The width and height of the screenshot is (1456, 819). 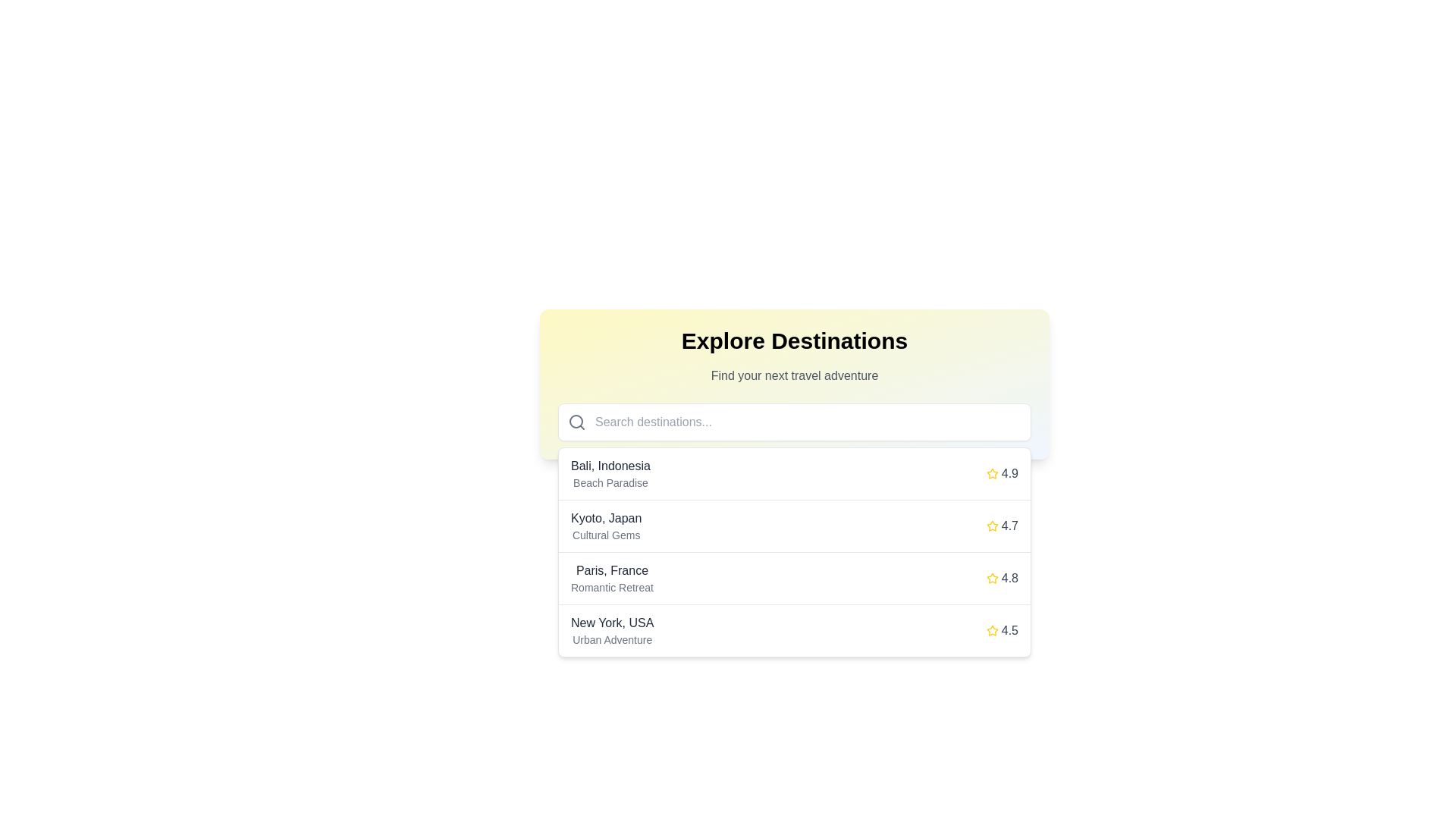 What do you see at coordinates (793, 375) in the screenshot?
I see `the subheading text element providing context for exploring travel destinations, located below 'Explore Destinations' and above the search input field` at bounding box center [793, 375].